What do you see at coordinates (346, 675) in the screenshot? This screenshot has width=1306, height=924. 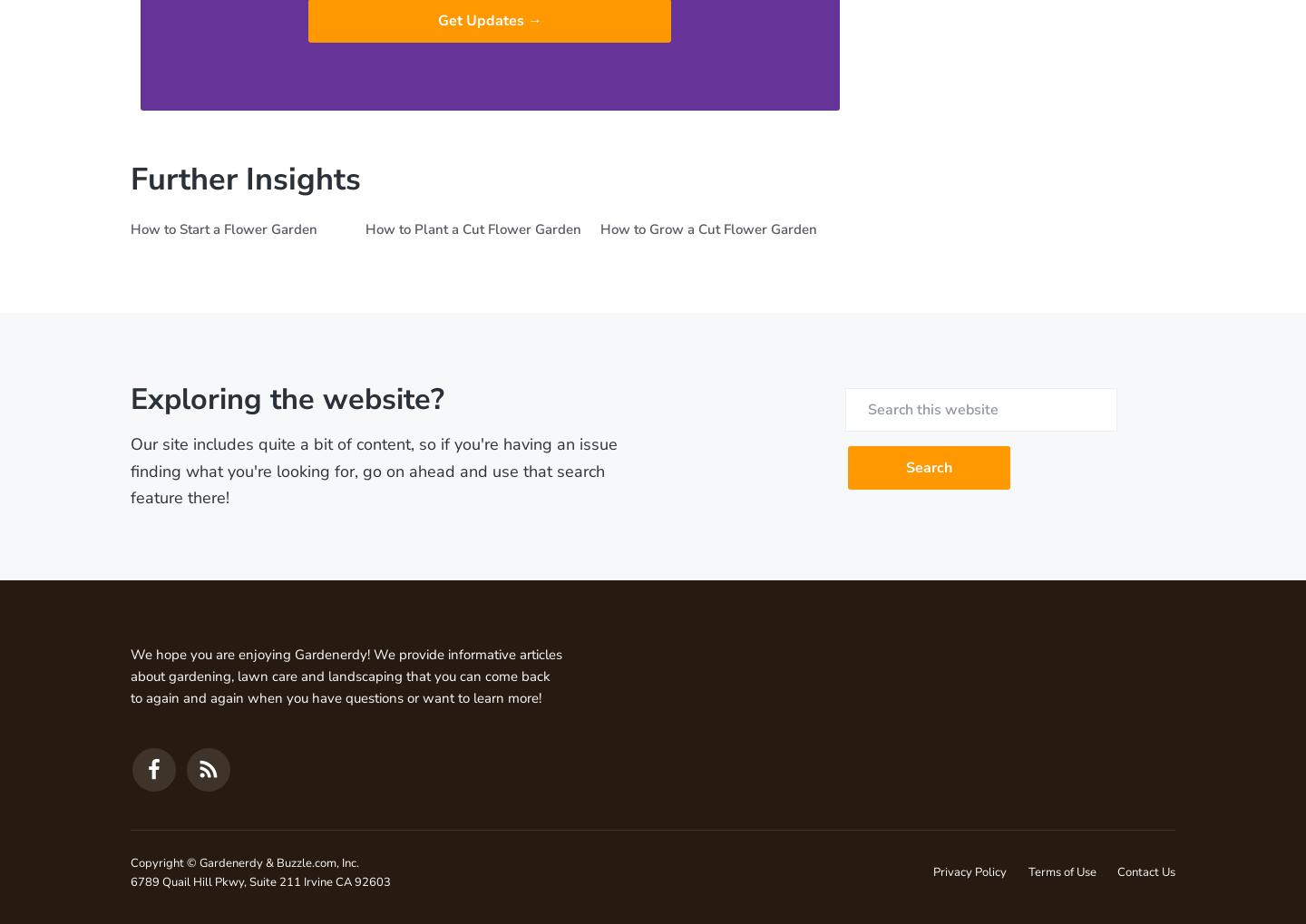 I see `'We hope you are enjoying Gardenerdy! We provide informative articles about gardening, lawn care and landscaping that you can come back to again and again when you have questions or want to learn more!'` at bounding box center [346, 675].